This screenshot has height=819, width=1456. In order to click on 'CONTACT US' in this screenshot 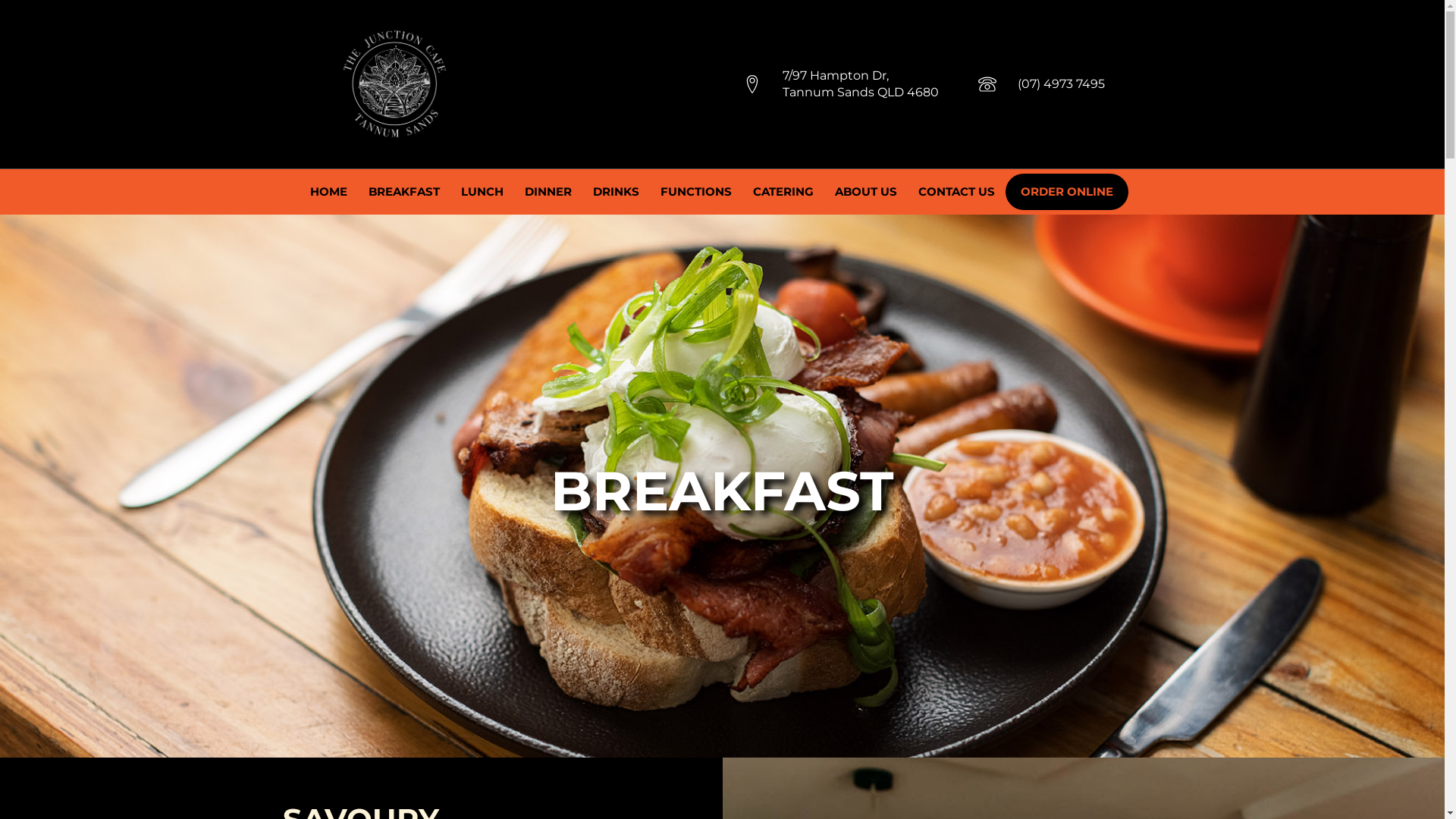, I will do `click(955, 191)`.